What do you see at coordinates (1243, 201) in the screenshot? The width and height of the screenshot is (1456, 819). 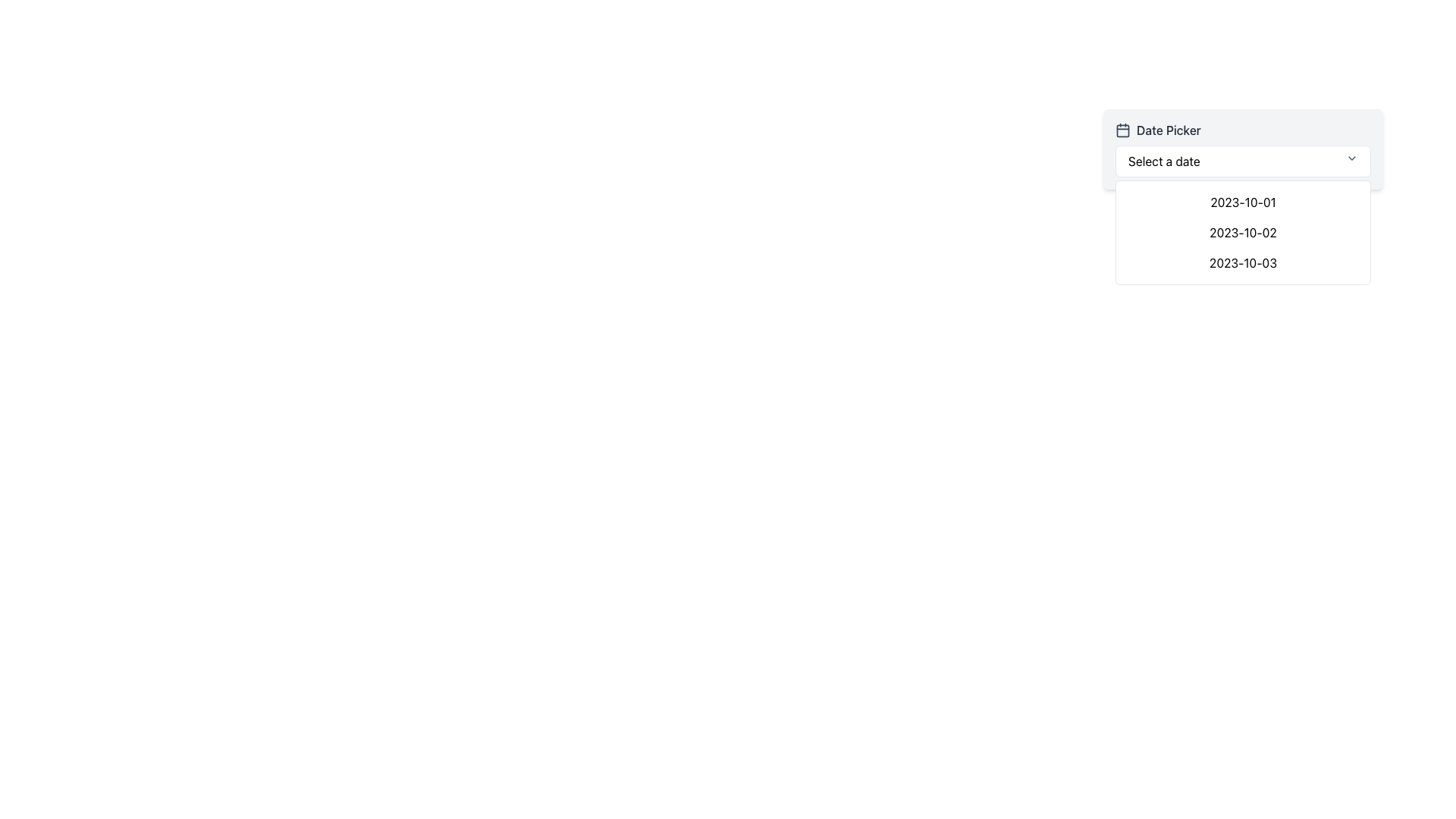 I see `the first date option '2023-10-01' in the date picker dropdown` at bounding box center [1243, 201].